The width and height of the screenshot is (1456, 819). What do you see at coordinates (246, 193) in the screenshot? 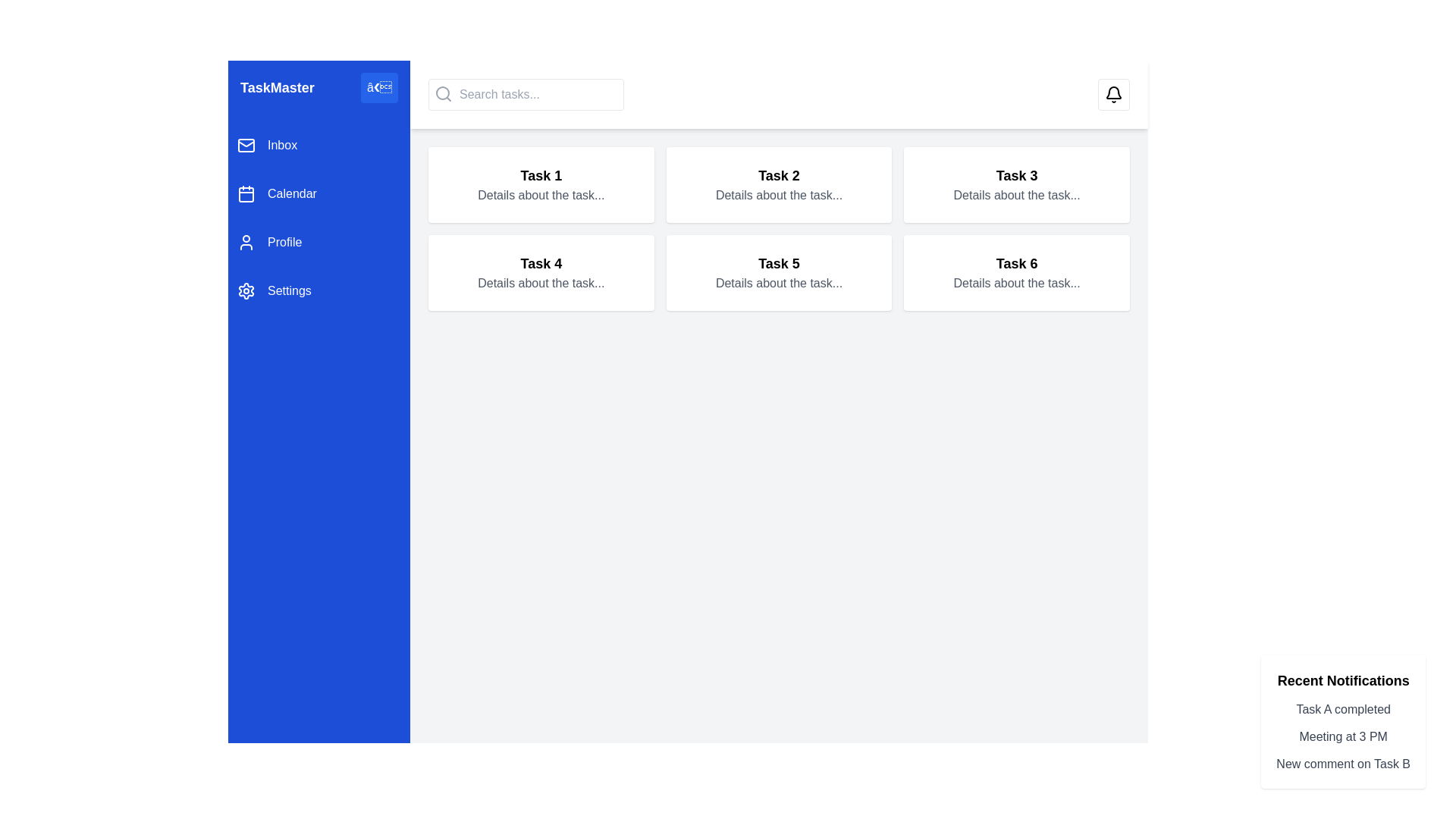
I see `the calendar icon located in the sidebar menu next to the 'Calendar' text, which is positioned below 'Inbox' and above 'Profile'` at bounding box center [246, 193].